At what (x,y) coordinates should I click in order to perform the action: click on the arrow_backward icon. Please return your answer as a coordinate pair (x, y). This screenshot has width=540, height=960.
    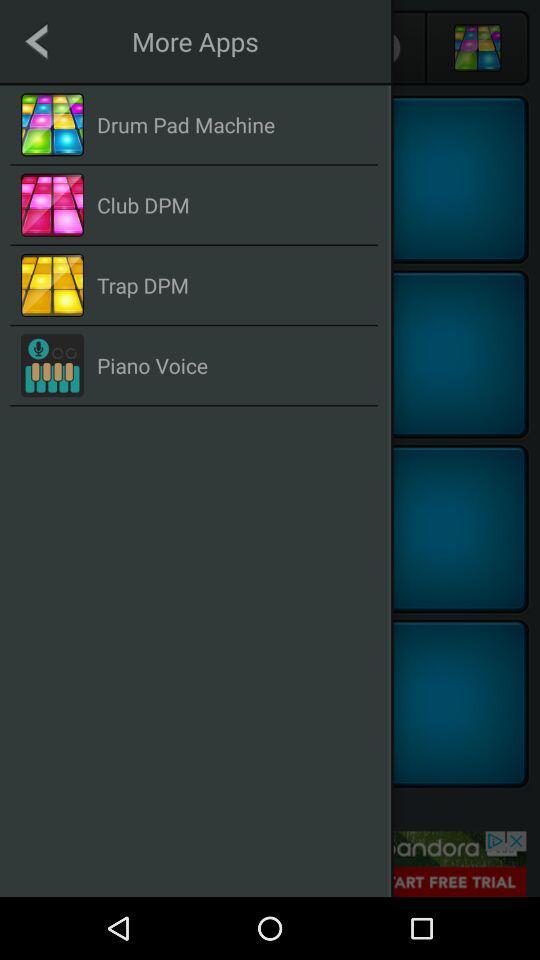
    Looking at the image, I should click on (62, 47).